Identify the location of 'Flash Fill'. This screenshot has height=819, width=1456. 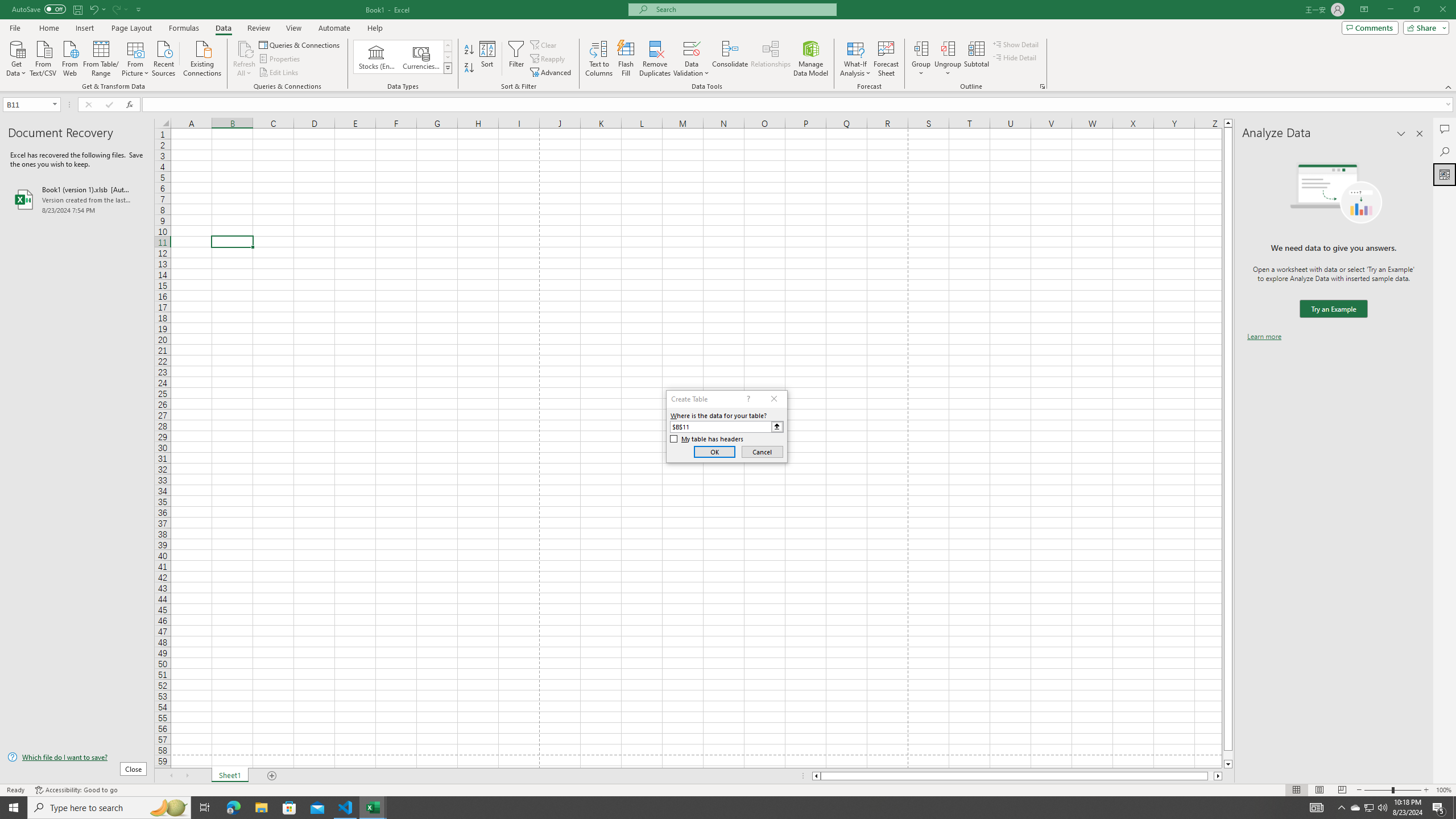
(626, 59).